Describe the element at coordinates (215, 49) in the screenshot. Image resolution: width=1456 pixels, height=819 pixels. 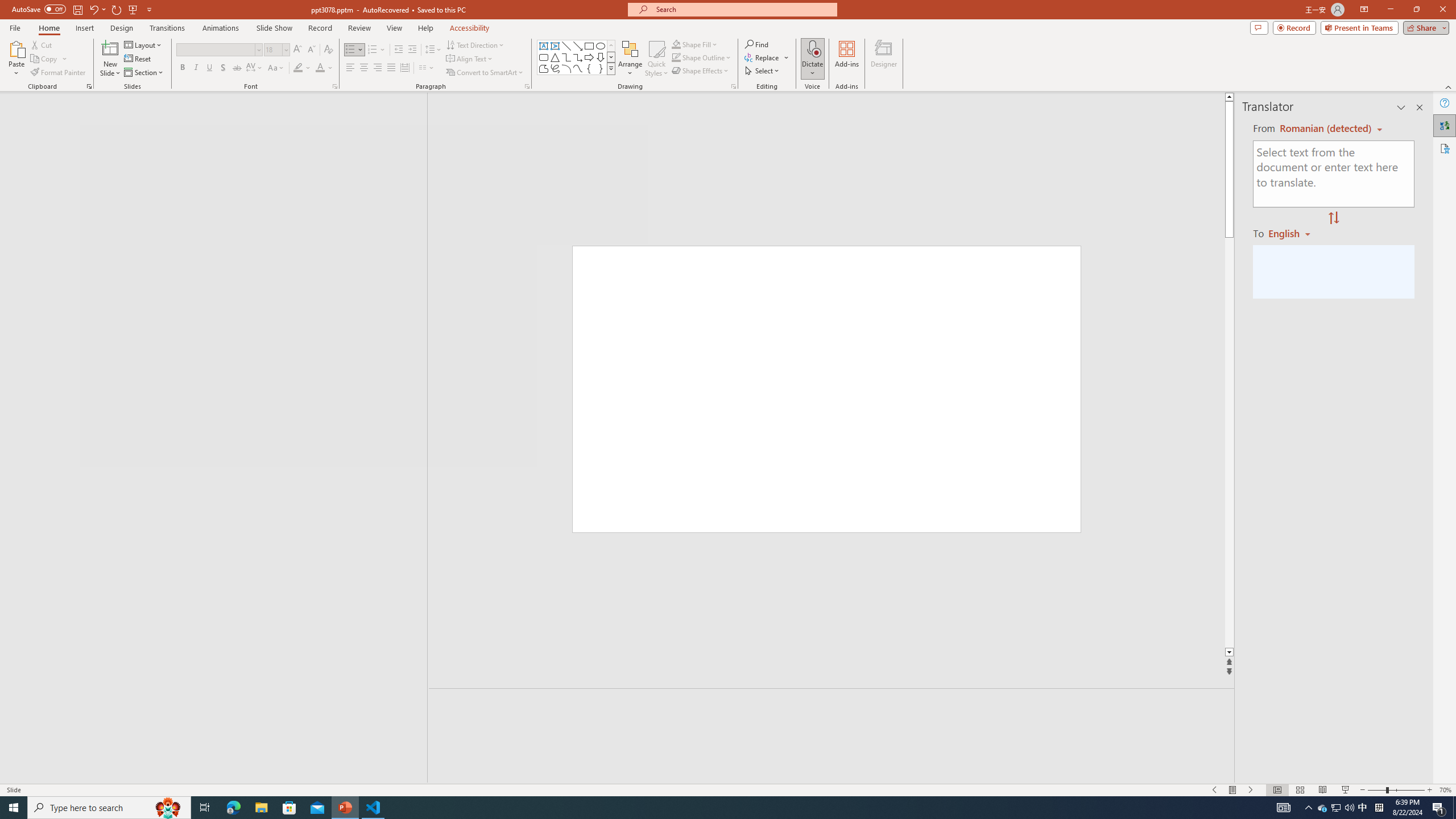
I see `'Font'` at that location.